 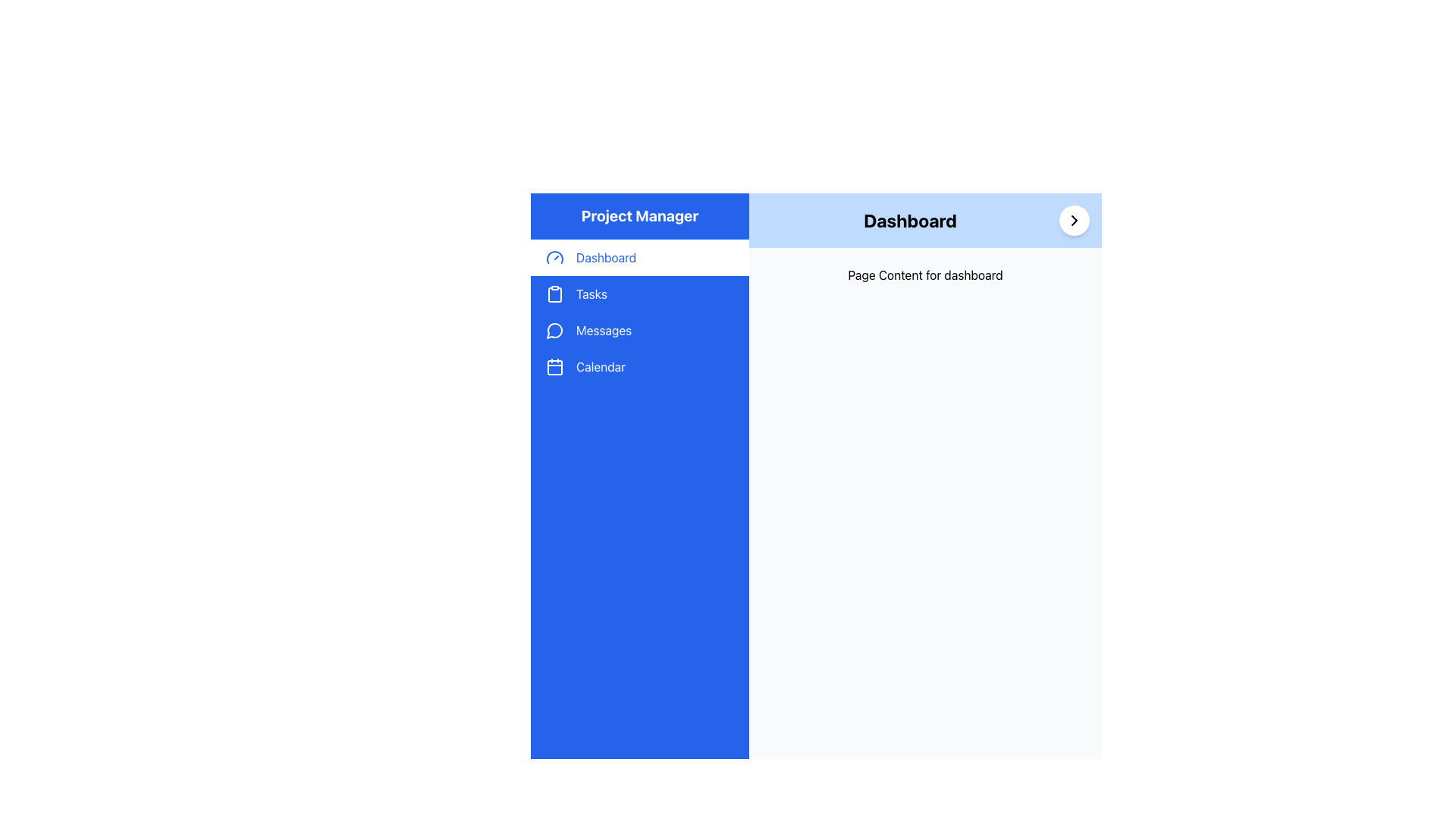 What do you see at coordinates (554, 330) in the screenshot?
I see `the 'Messages' icon in the sidebar, which is located below 'Dashboard' and 'Tasks' and above 'Calendar'` at bounding box center [554, 330].